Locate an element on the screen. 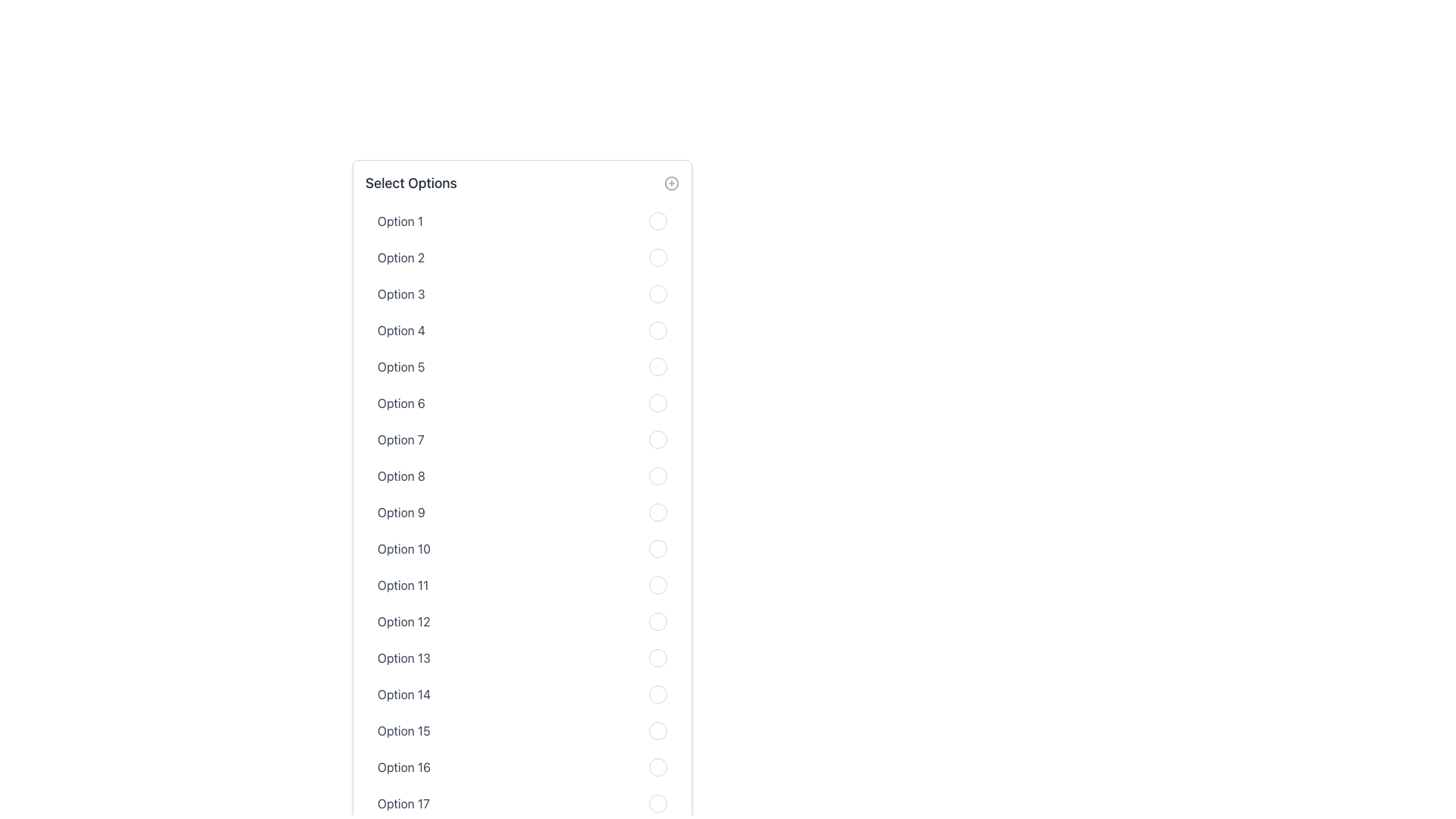  the radio button located to the far right of the list item labeled 'Option 2' is located at coordinates (658, 256).